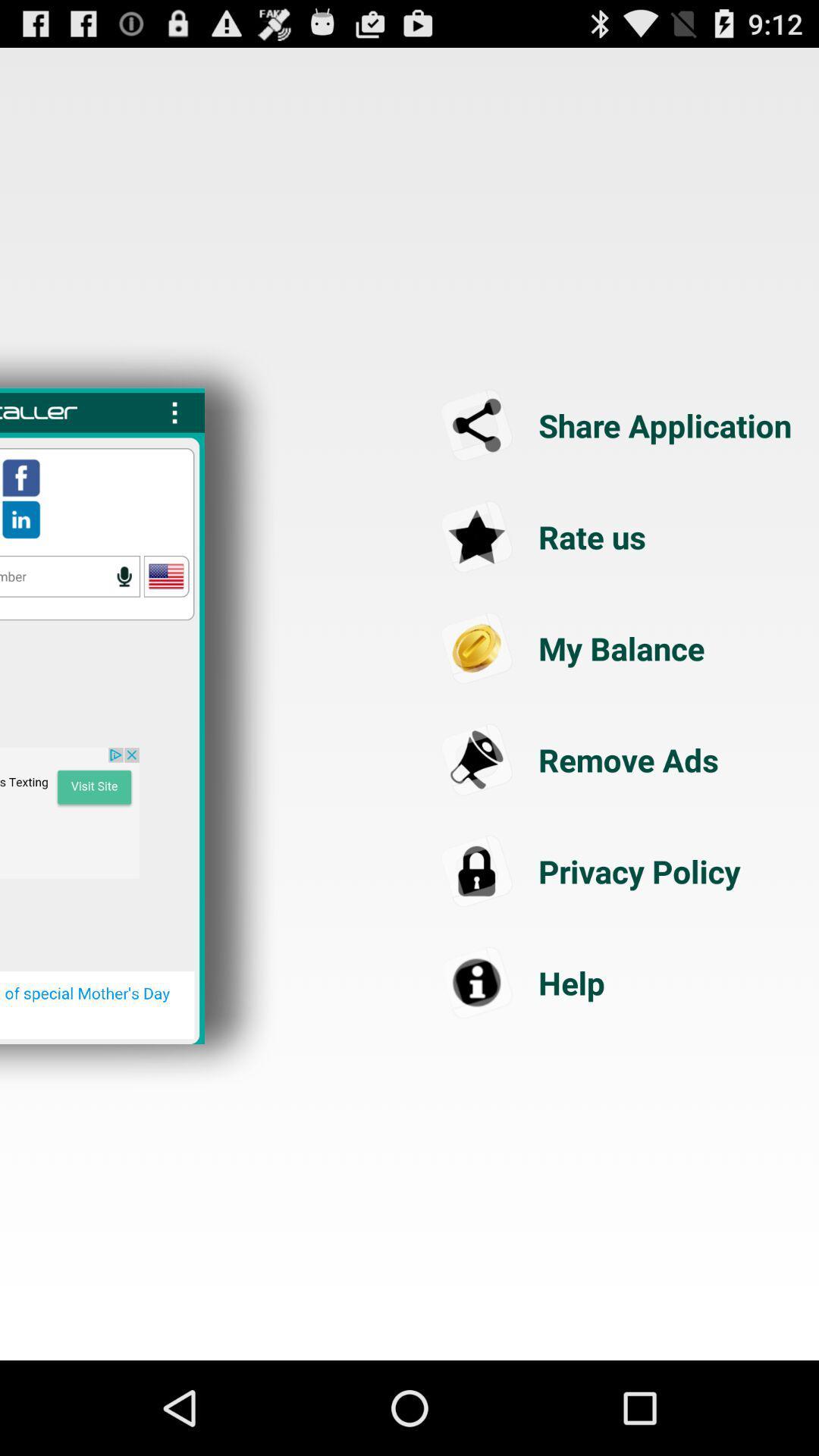 The height and width of the screenshot is (1456, 819). I want to click on the font icon, so click(619, 693).